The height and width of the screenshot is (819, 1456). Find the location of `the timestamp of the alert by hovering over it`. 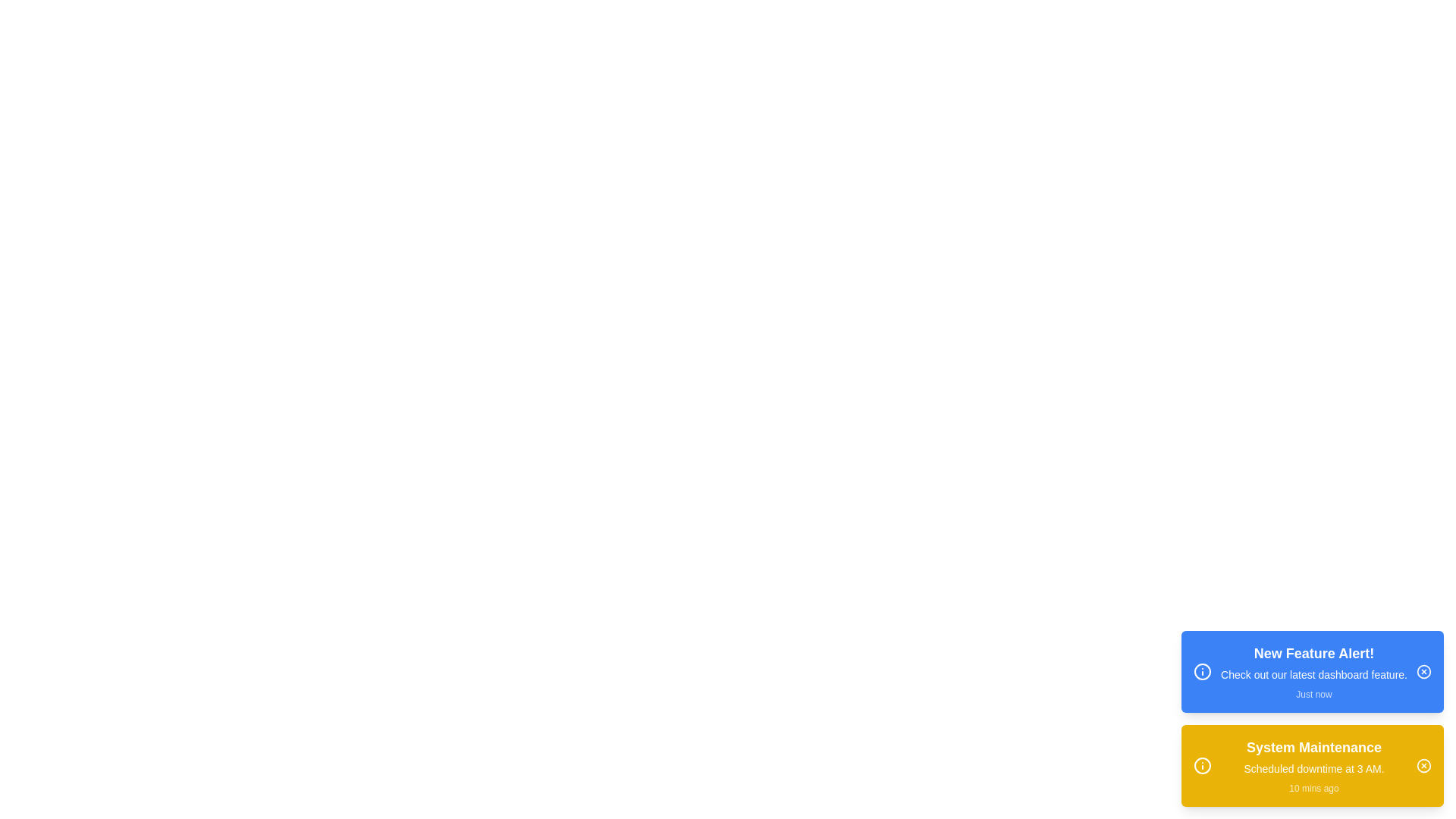

the timestamp of the alert by hovering over it is located at coordinates (1313, 694).